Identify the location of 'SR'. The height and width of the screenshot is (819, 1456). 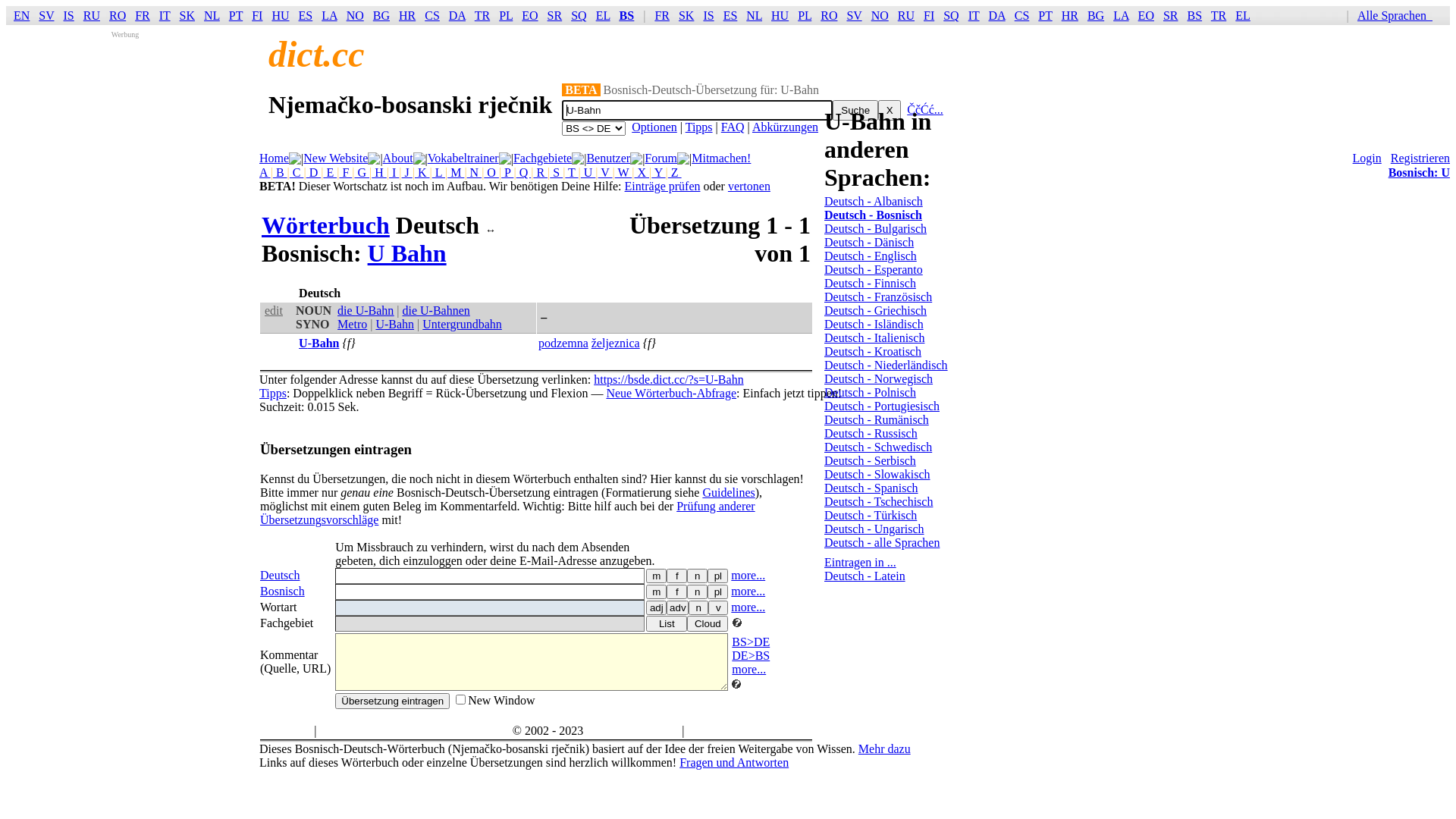
(546, 15).